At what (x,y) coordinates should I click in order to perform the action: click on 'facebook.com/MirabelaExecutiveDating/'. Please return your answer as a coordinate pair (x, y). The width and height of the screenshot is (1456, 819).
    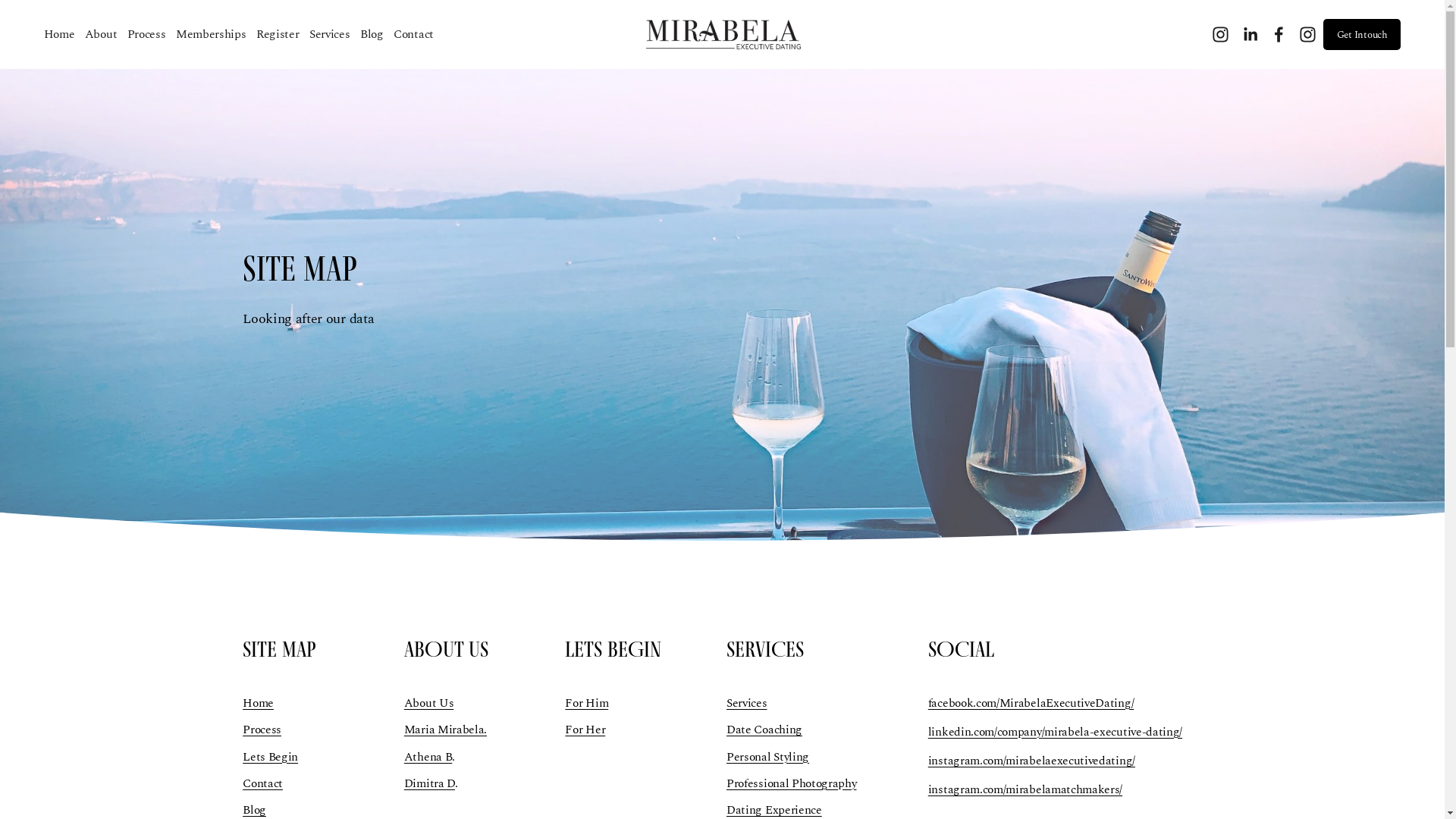
    Looking at the image, I should click on (1031, 702).